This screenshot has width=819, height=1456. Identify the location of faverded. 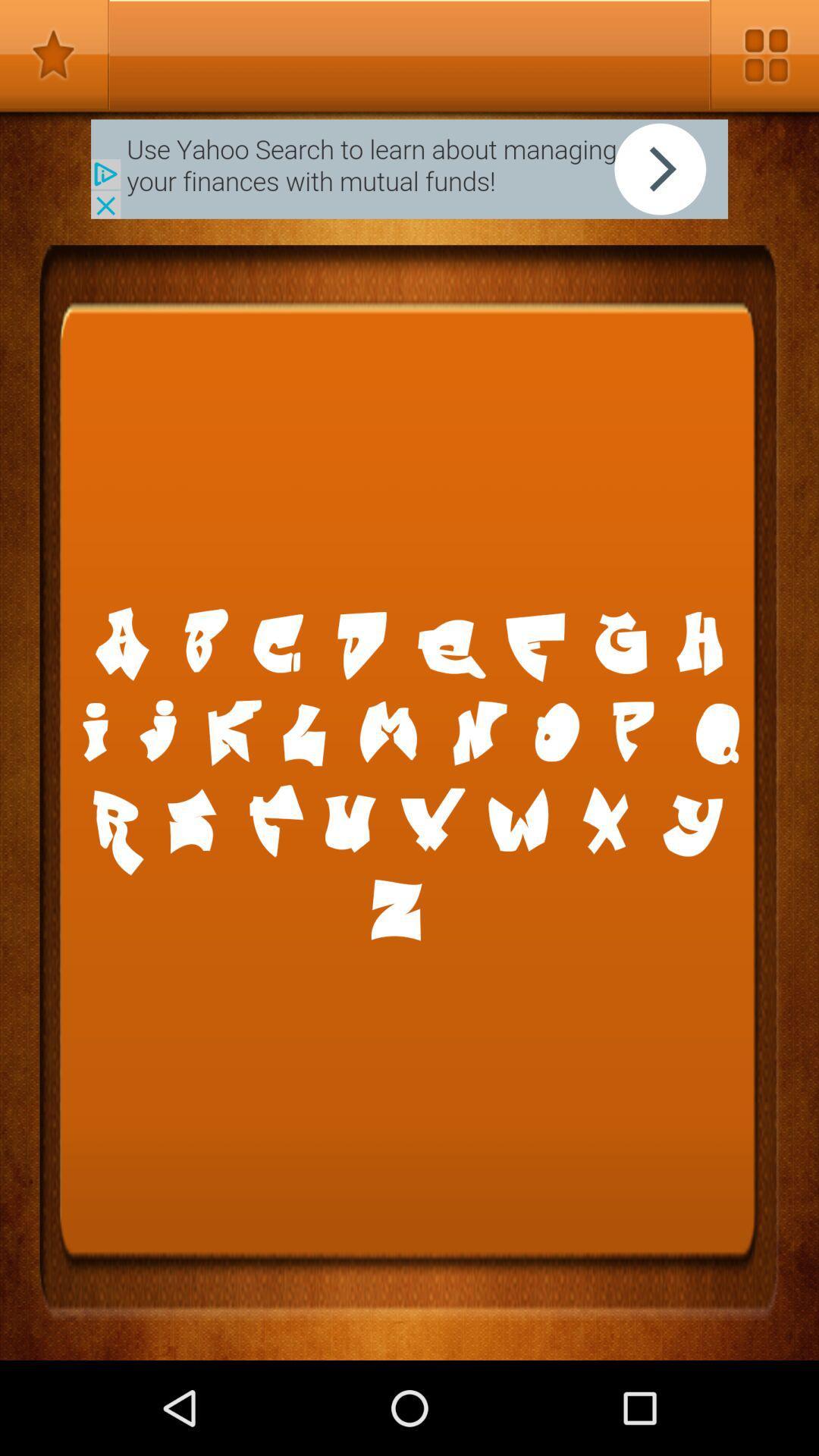
(54, 55).